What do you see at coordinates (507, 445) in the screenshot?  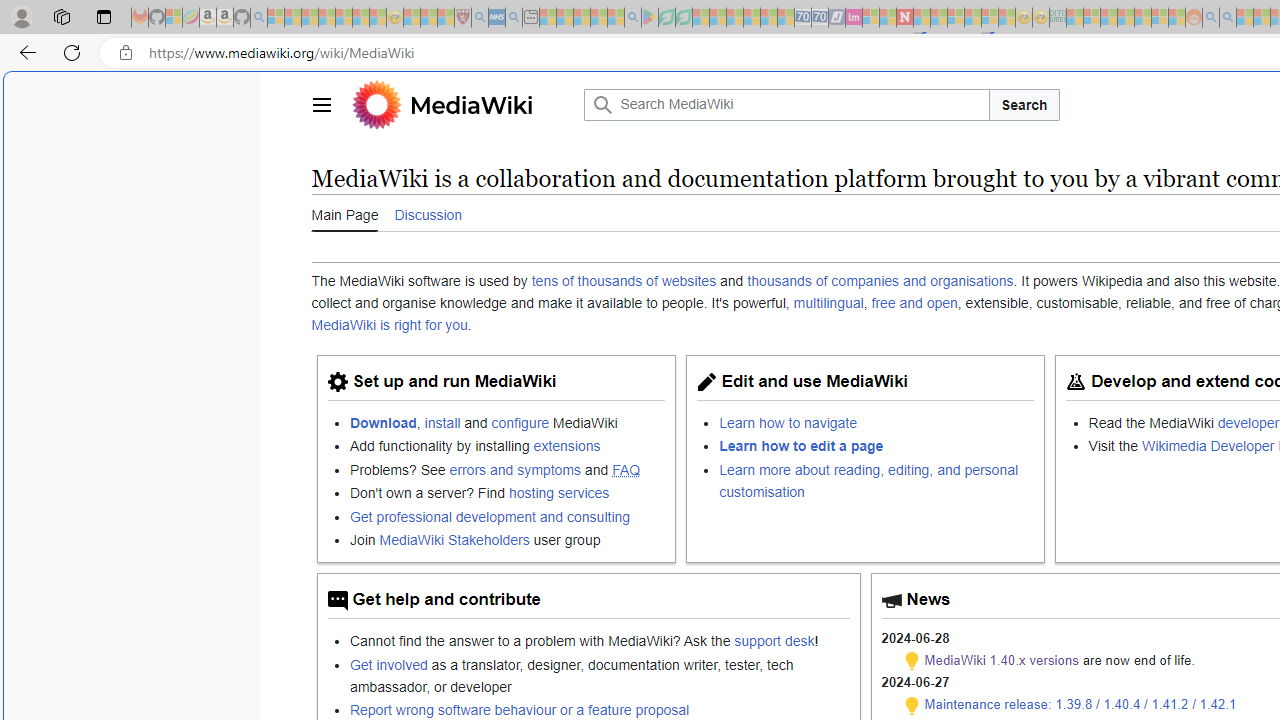 I see `'Add functionality by installing extensions'` at bounding box center [507, 445].